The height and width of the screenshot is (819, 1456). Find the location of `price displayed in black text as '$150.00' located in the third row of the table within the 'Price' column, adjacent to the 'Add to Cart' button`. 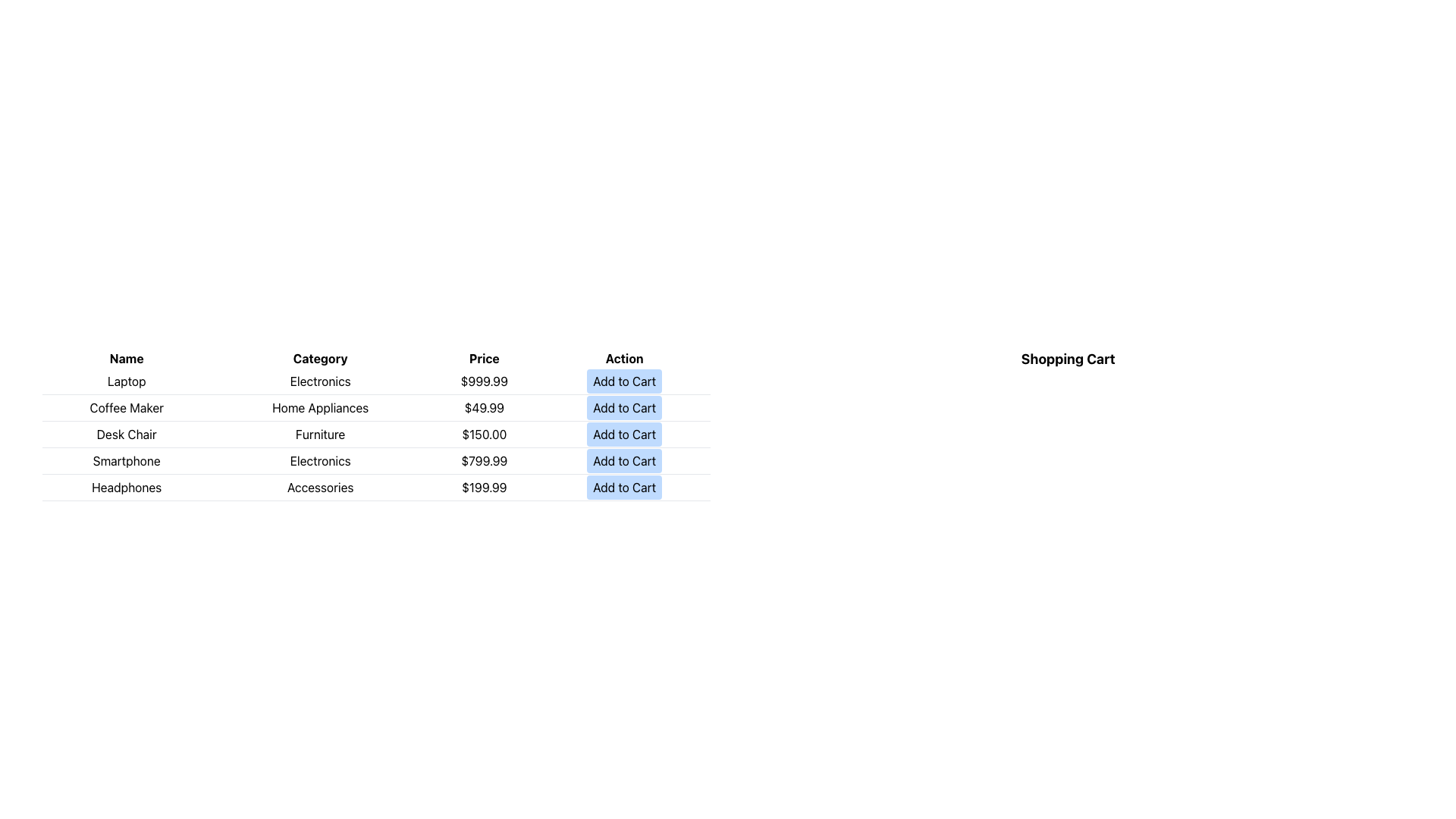

price displayed in black text as '$150.00' located in the third row of the table within the 'Price' column, adjacent to the 'Add to Cart' button is located at coordinates (483, 435).